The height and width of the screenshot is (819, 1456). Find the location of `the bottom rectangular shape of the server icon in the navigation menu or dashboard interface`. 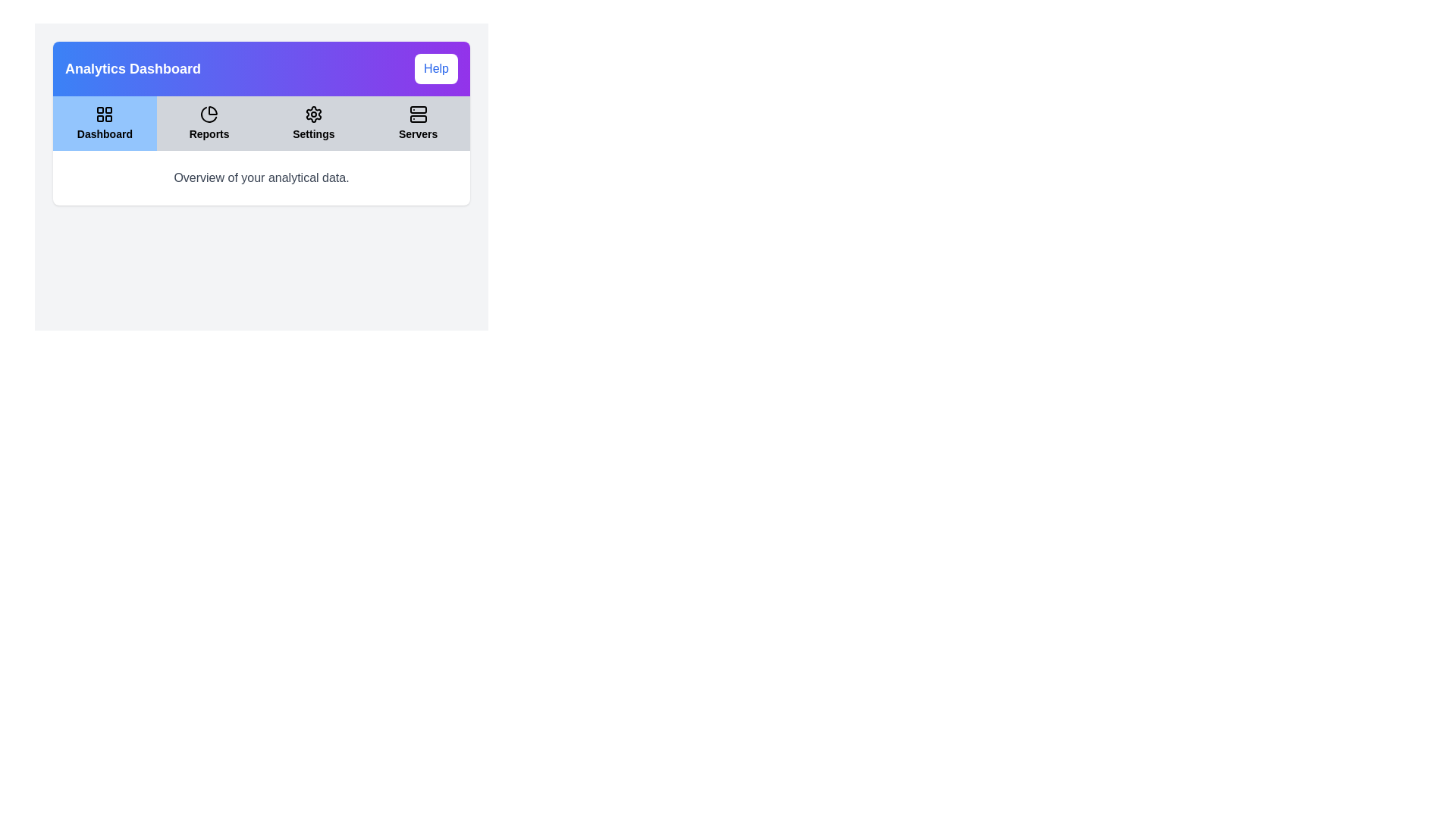

the bottom rectangular shape of the server icon in the navigation menu or dashboard interface is located at coordinates (418, 118).